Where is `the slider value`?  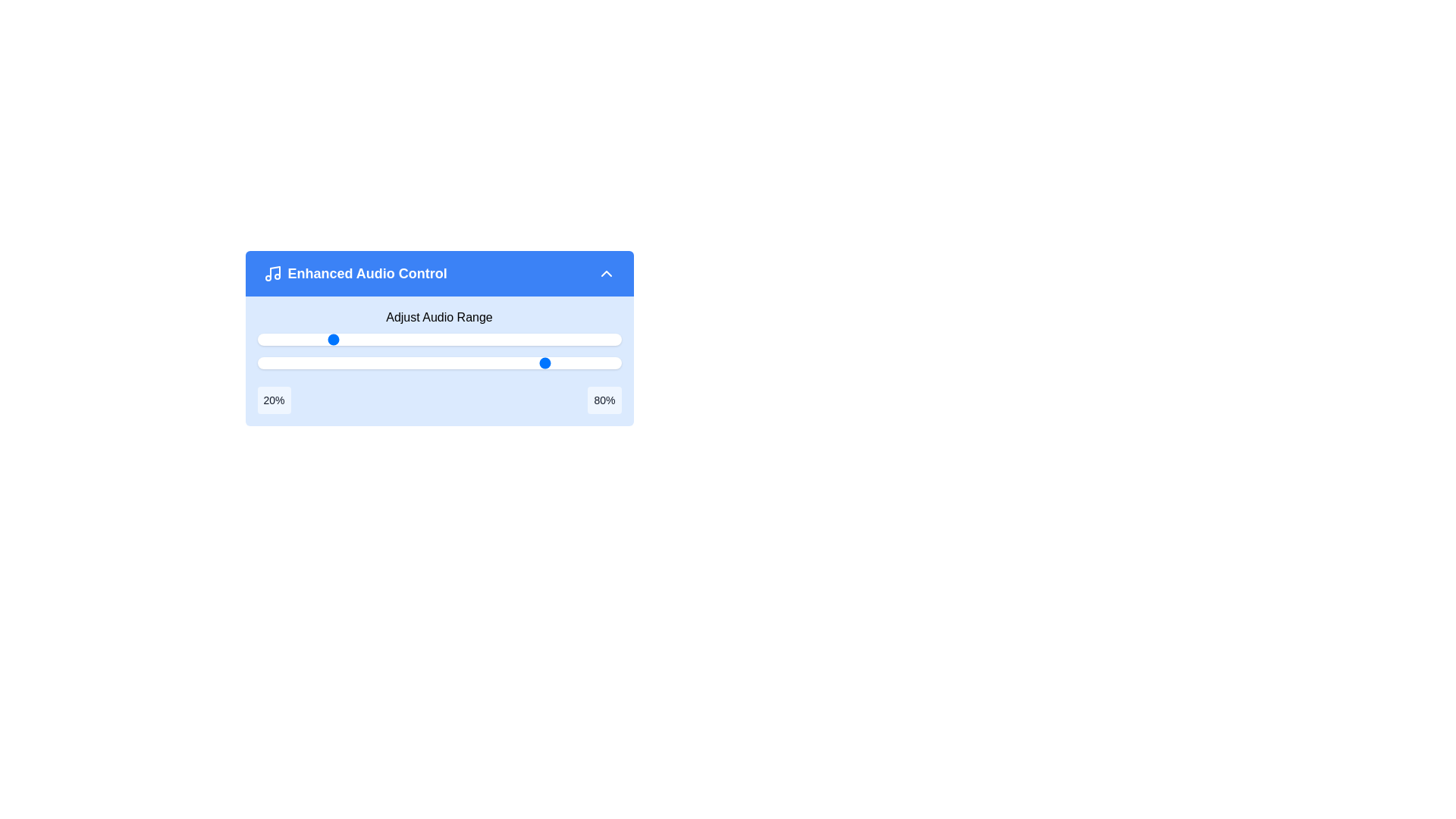 the slider value is located at coordinates (428, 338).